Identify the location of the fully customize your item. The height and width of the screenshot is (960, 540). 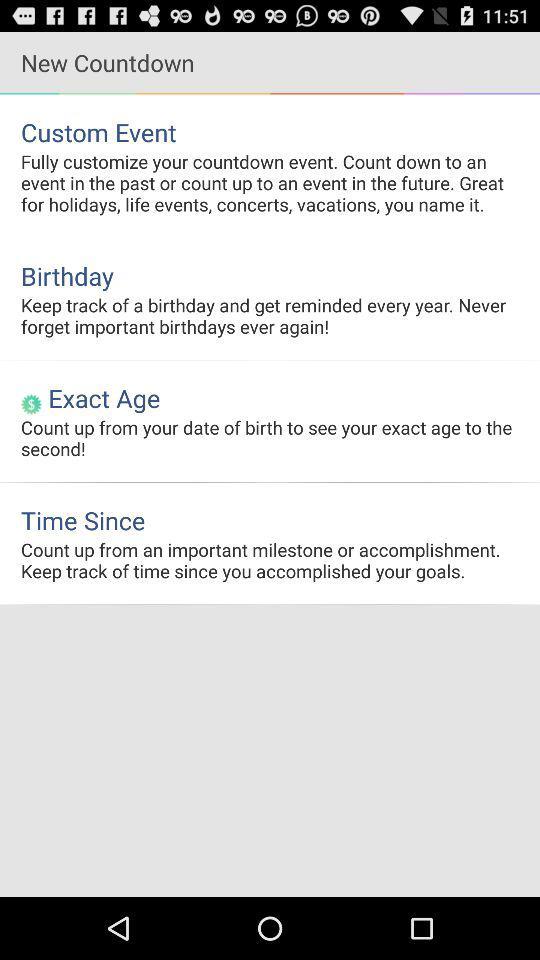
(270, 182).